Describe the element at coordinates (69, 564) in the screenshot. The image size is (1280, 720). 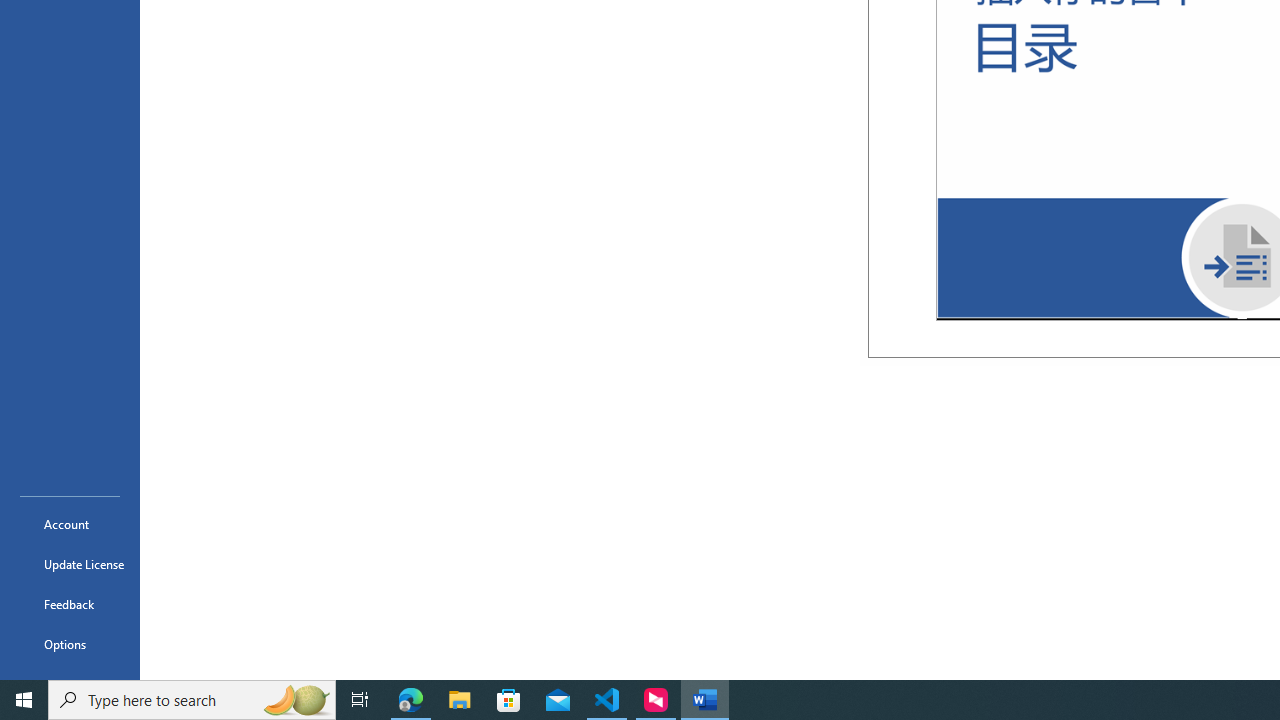
I see `'Update License'` at that location.